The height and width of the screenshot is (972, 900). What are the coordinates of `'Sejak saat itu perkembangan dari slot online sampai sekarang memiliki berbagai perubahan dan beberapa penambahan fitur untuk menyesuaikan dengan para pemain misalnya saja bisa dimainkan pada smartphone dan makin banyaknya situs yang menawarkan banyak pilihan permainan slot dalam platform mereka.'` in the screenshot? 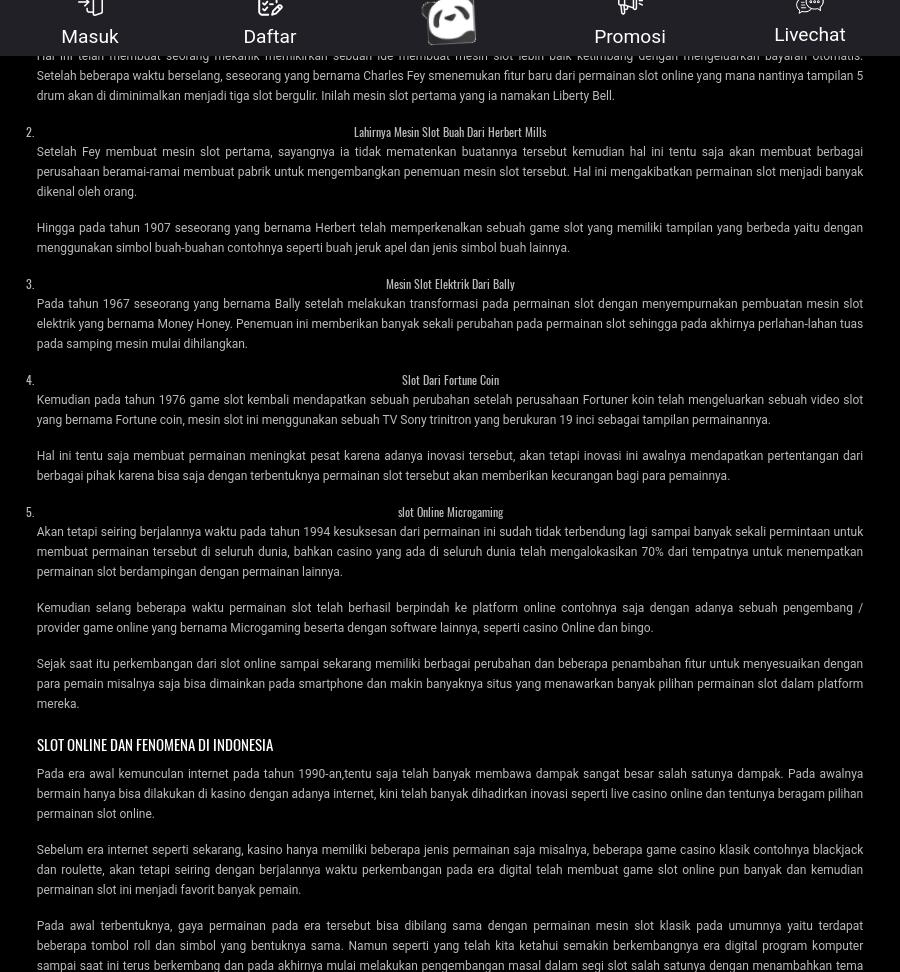 It's located at (449, 682).